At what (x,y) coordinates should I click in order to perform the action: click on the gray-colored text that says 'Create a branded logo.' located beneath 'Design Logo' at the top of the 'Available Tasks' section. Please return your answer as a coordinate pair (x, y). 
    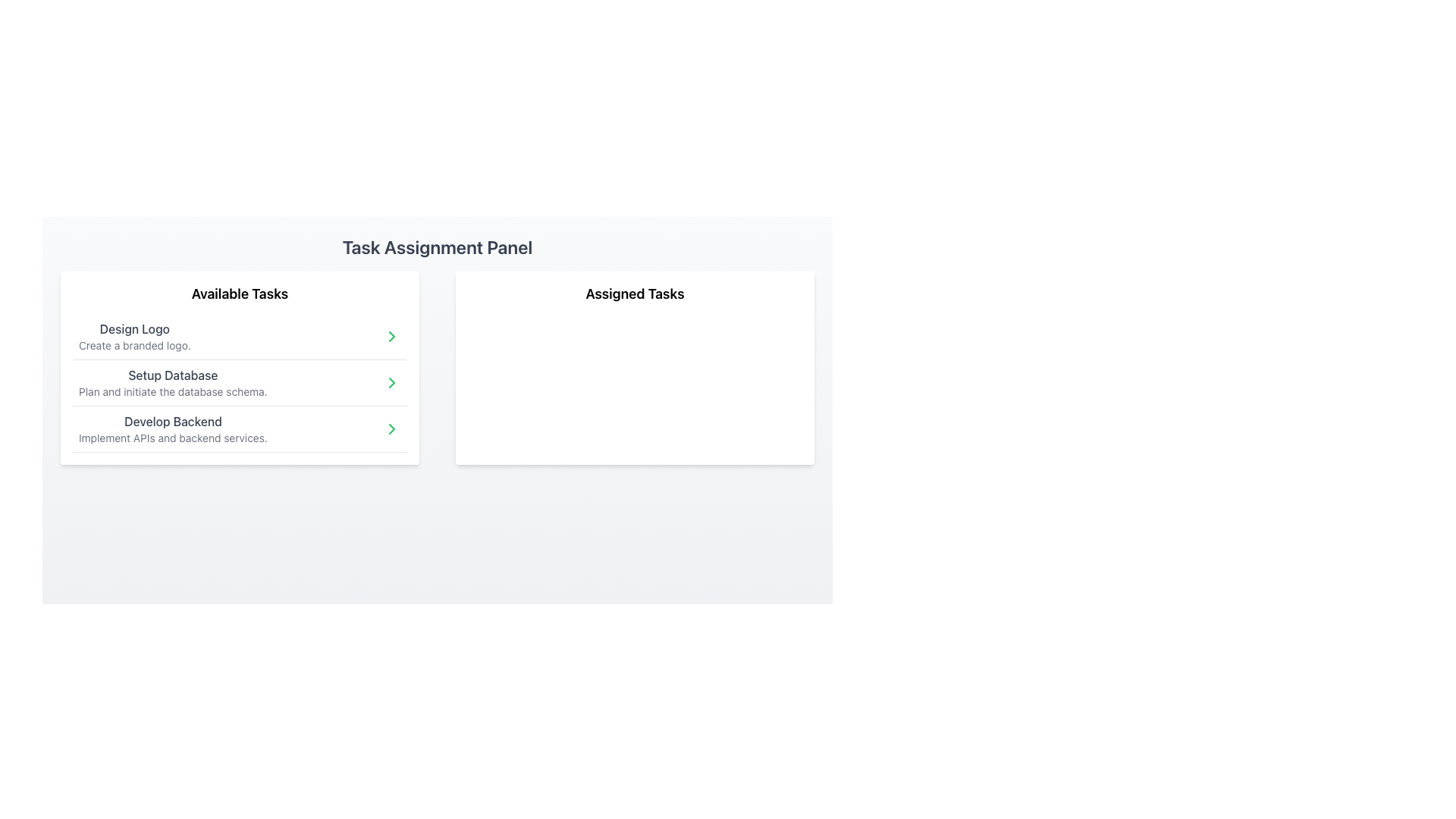
    Looking at the image, I should click on (134, 345).